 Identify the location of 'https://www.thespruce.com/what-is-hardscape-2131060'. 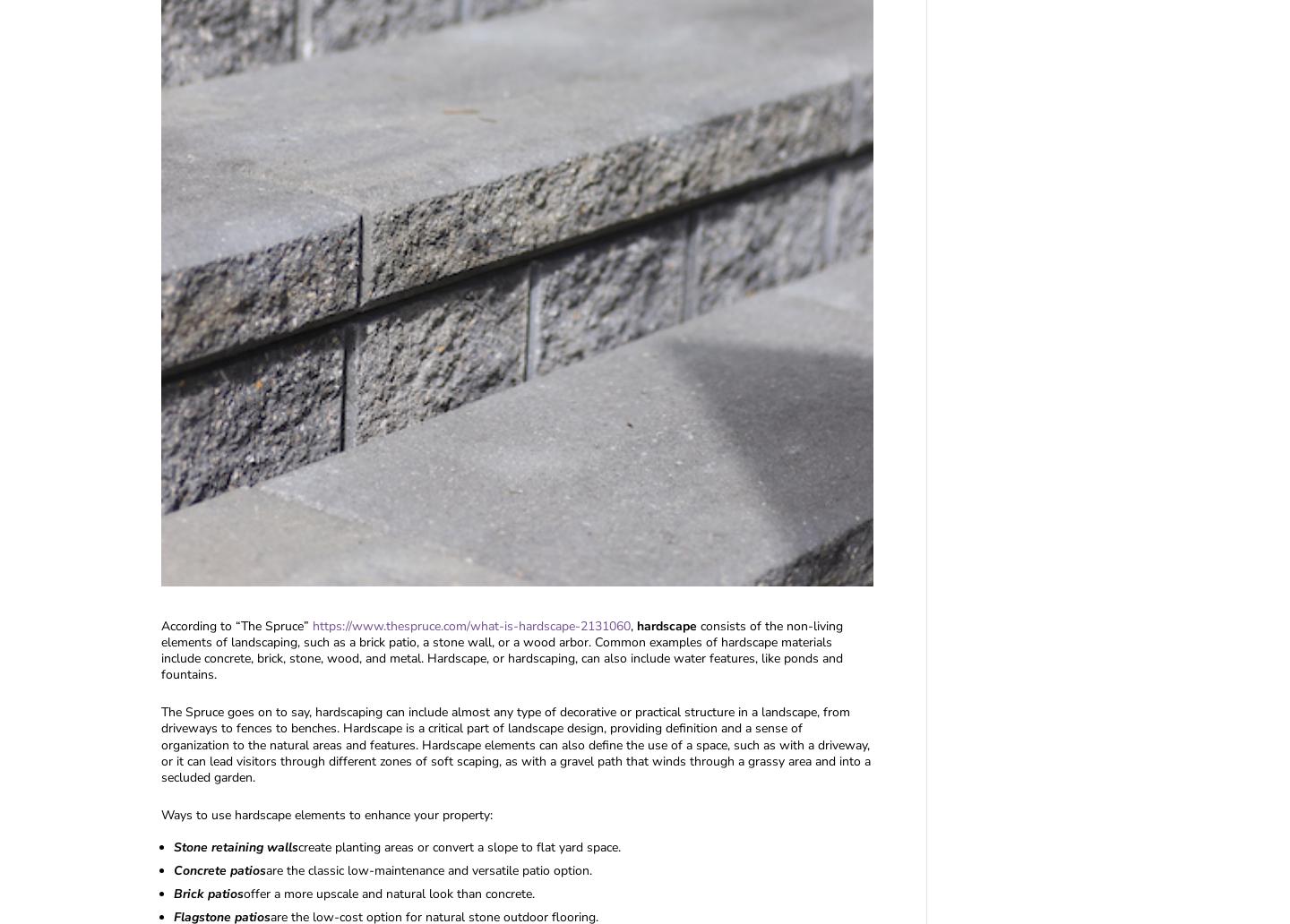
(313, 624).